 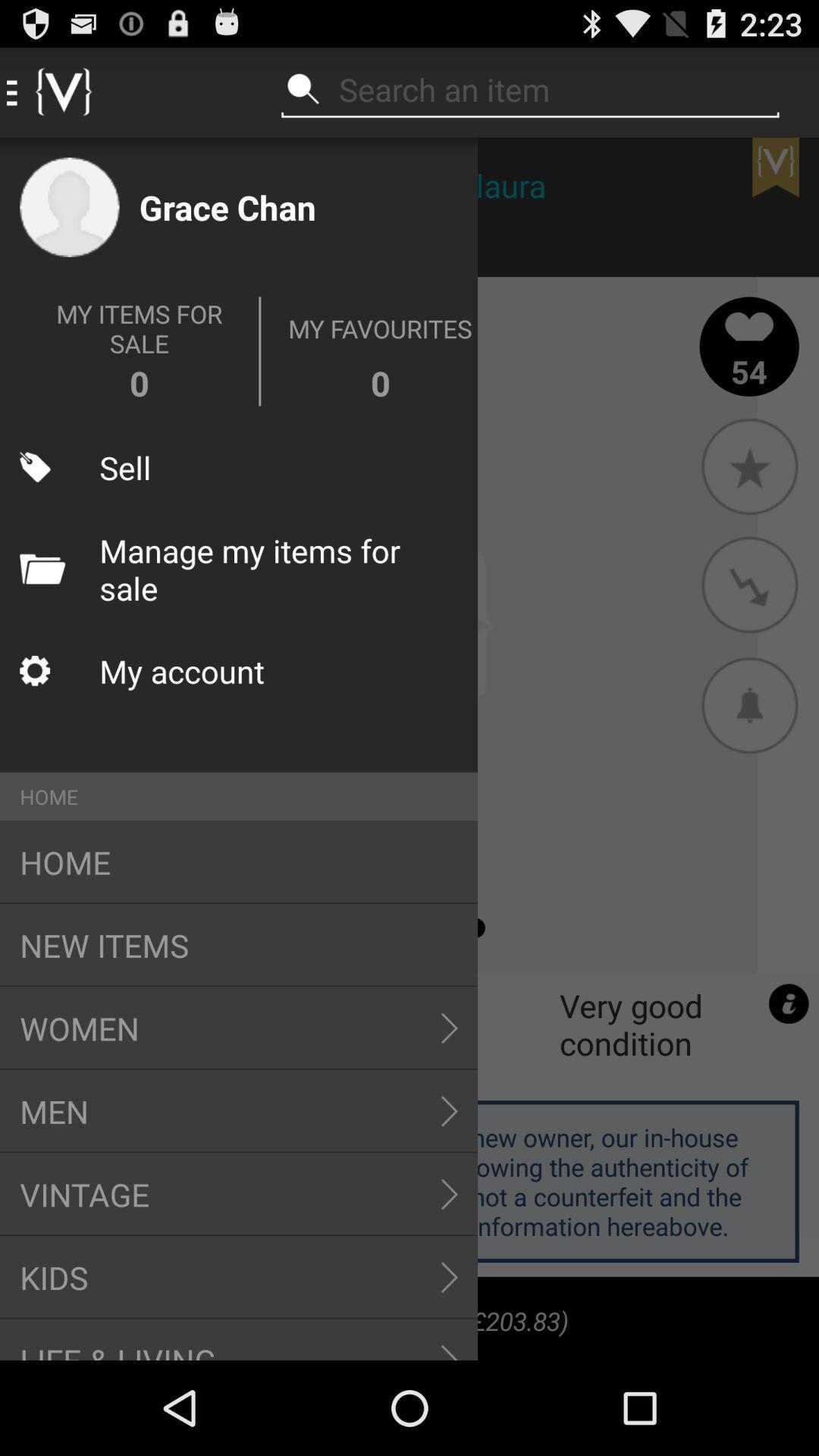 I want to click on the avatar icon, so click(x=69, y=221).